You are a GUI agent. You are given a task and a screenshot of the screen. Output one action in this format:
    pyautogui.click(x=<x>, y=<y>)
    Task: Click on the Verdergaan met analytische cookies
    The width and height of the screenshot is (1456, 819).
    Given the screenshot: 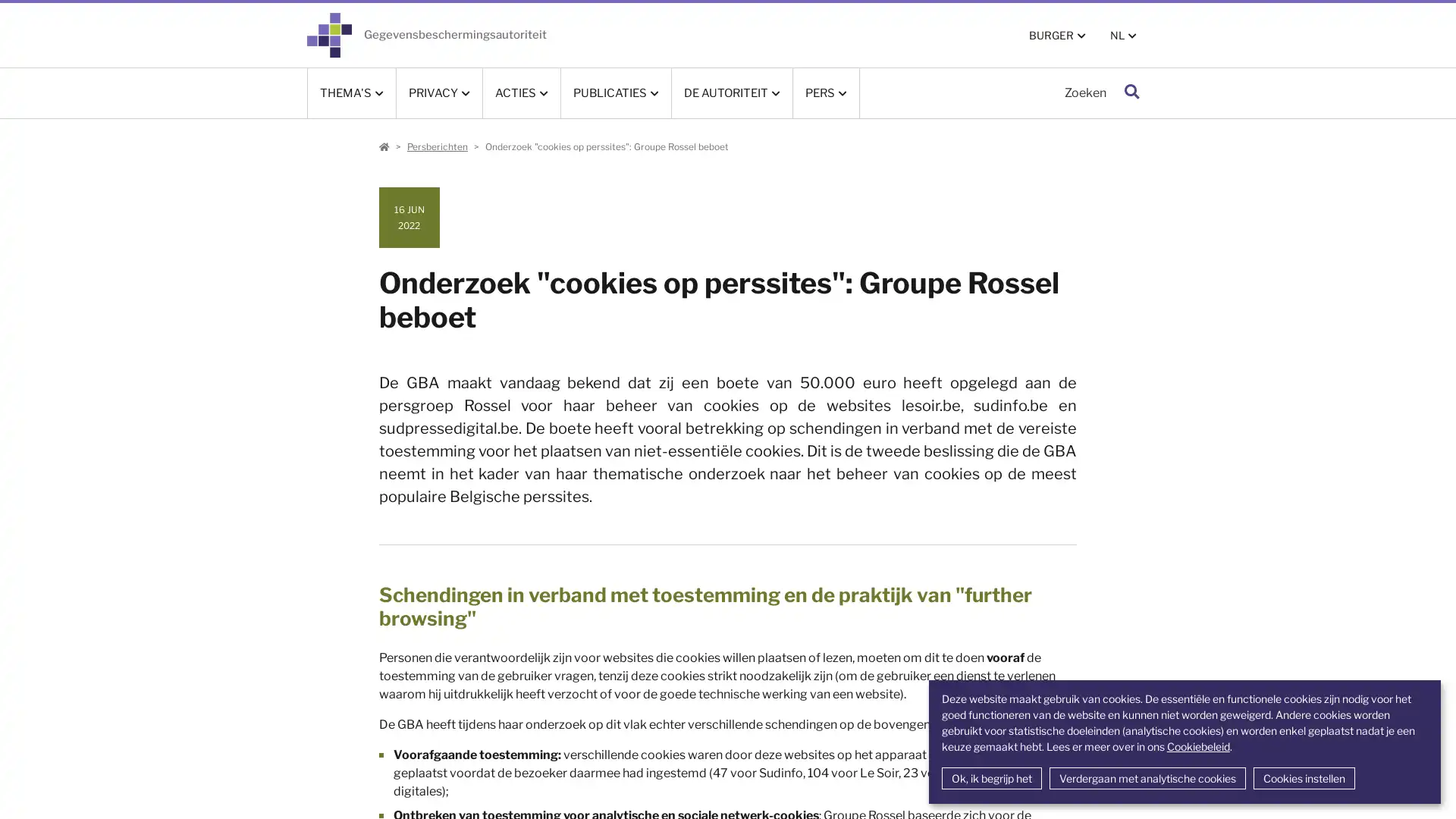 What is the action you would take?
    pyautogui.click(x=1147, y=778)
    